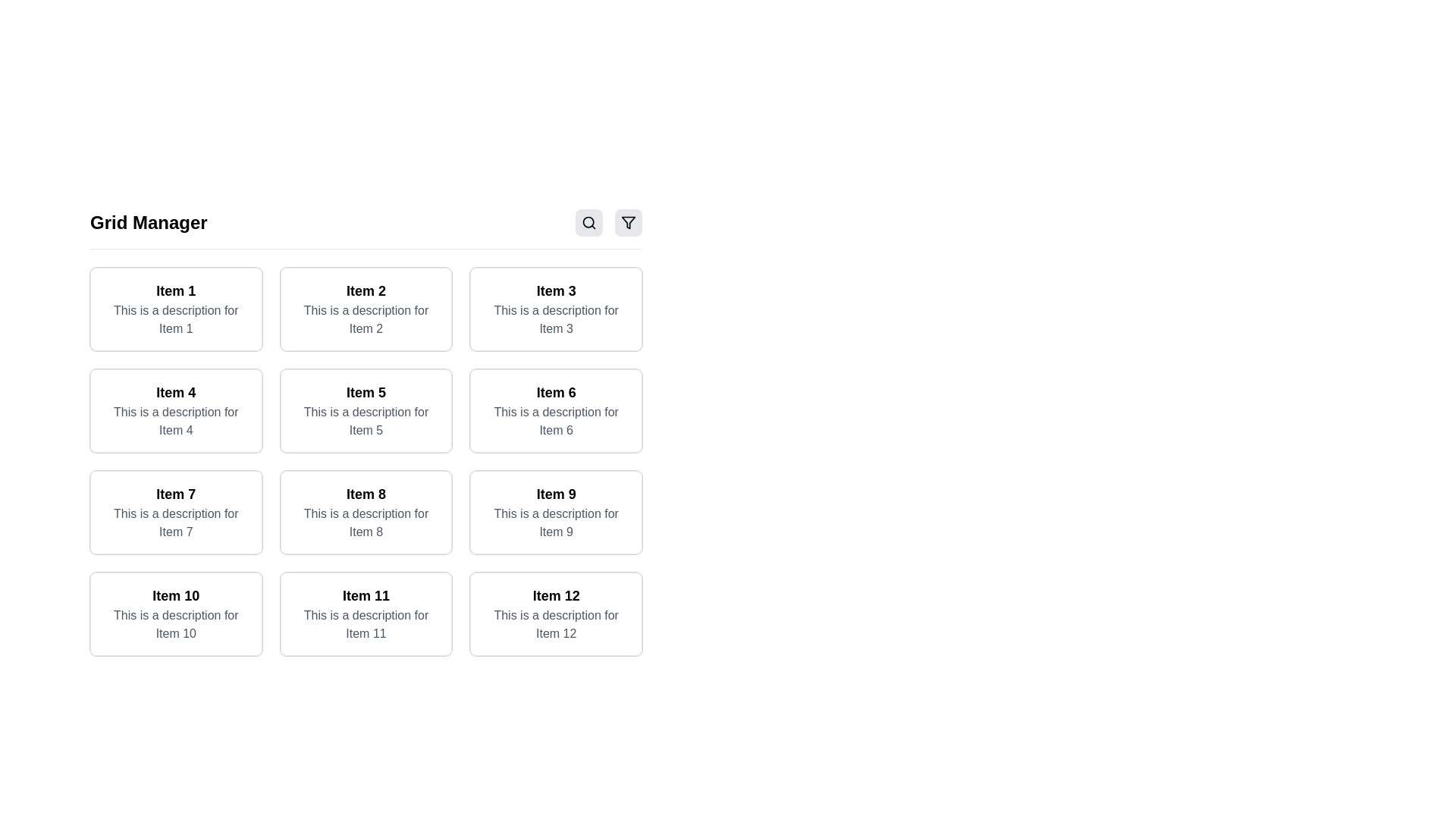 This screenshot has width=1456, height=819. What do you see at coordinates (629, 222) in the screenshot?
I see `the filter button located in the top-right corner of the interface, which is the second button from the right, directly next to the search button with a magnifying glass icon` at bounding box center [629, 222].